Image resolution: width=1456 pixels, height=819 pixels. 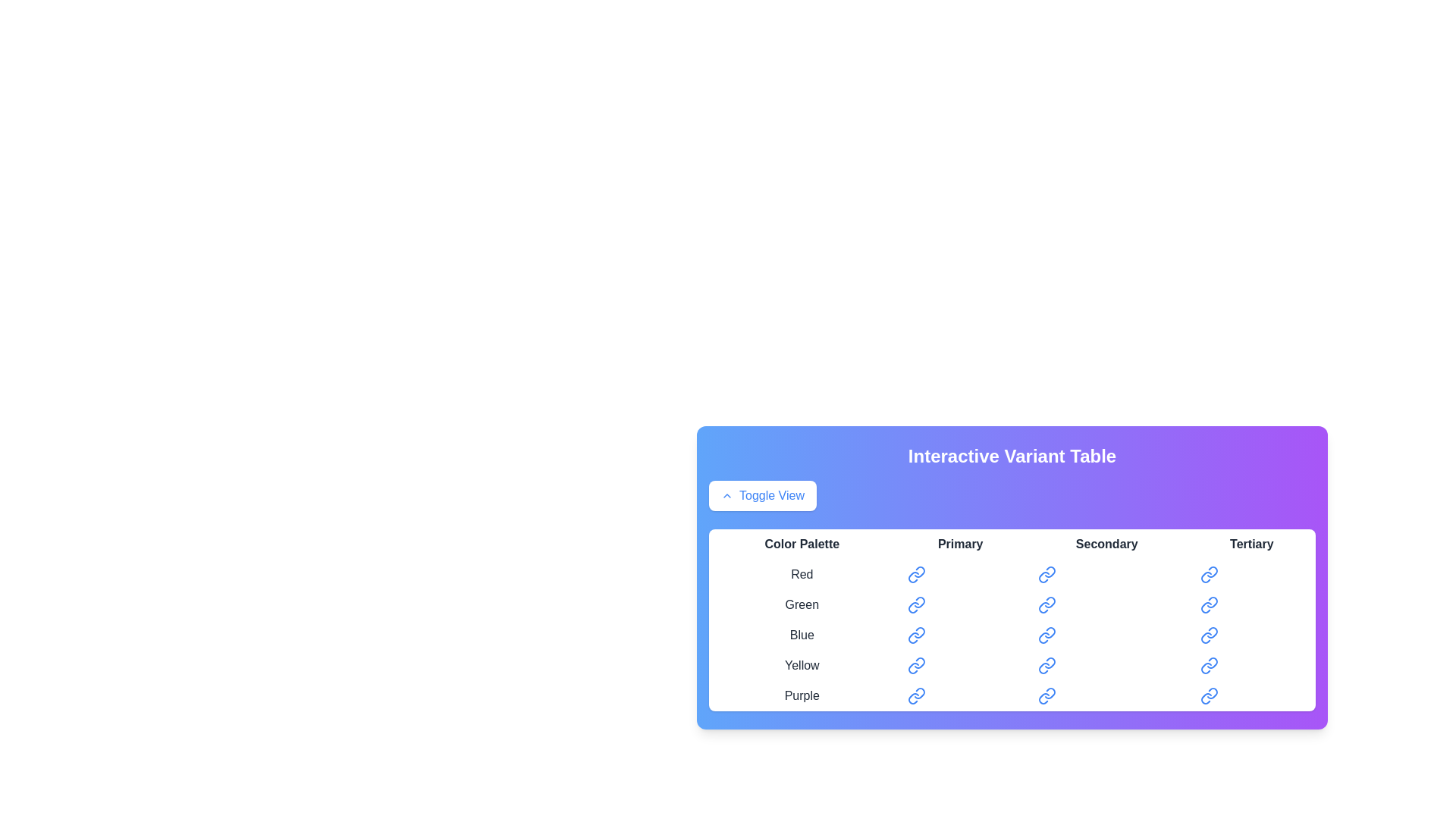 I want to click on the clickable link icon in the 'Interactive Variant Table' located in the 'Green' row under the 'Secondary' column, so click(x=1046, y=604).